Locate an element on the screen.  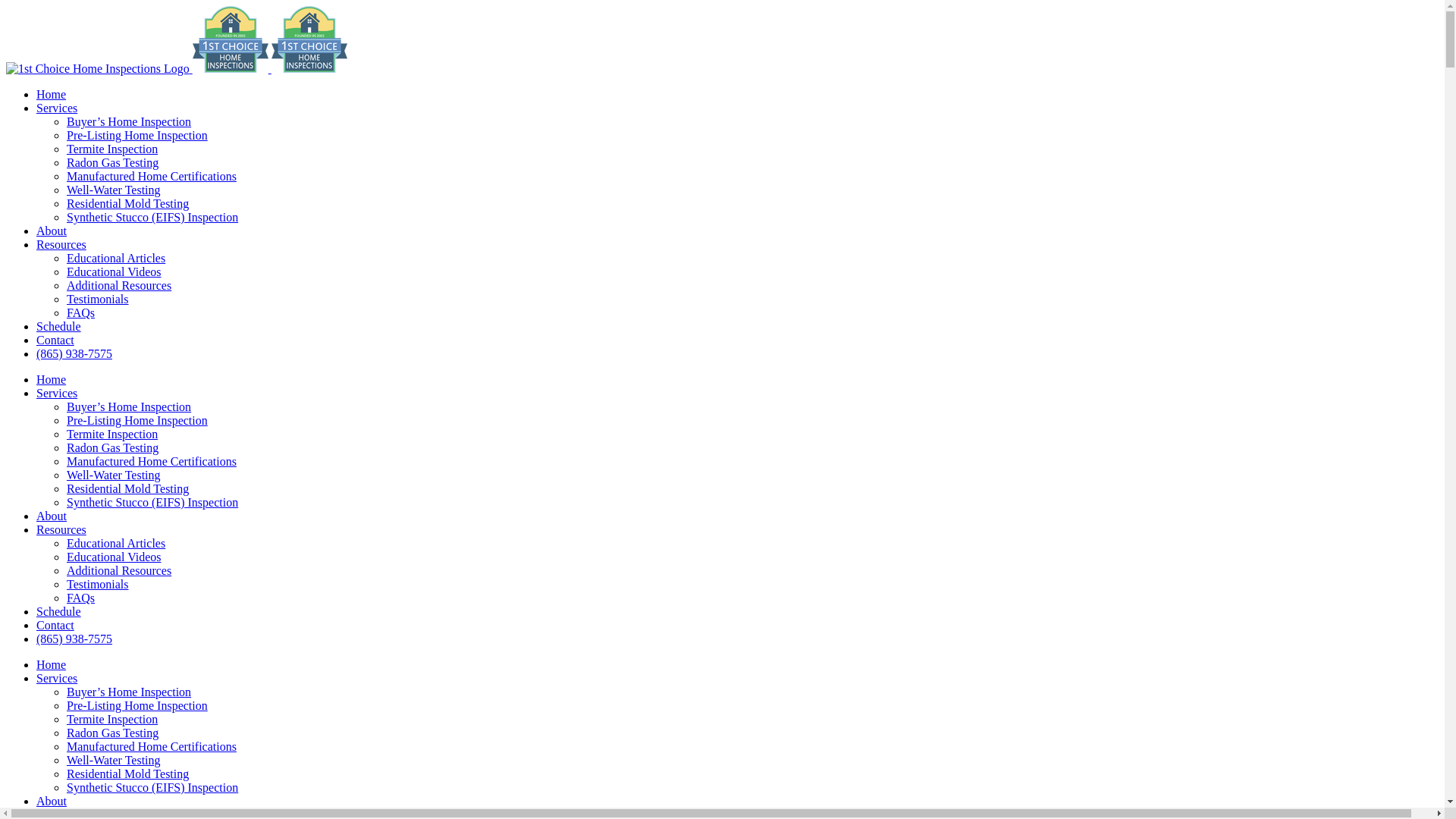
'Manufactured Home Certifications' is located at coordinates (65, 175).